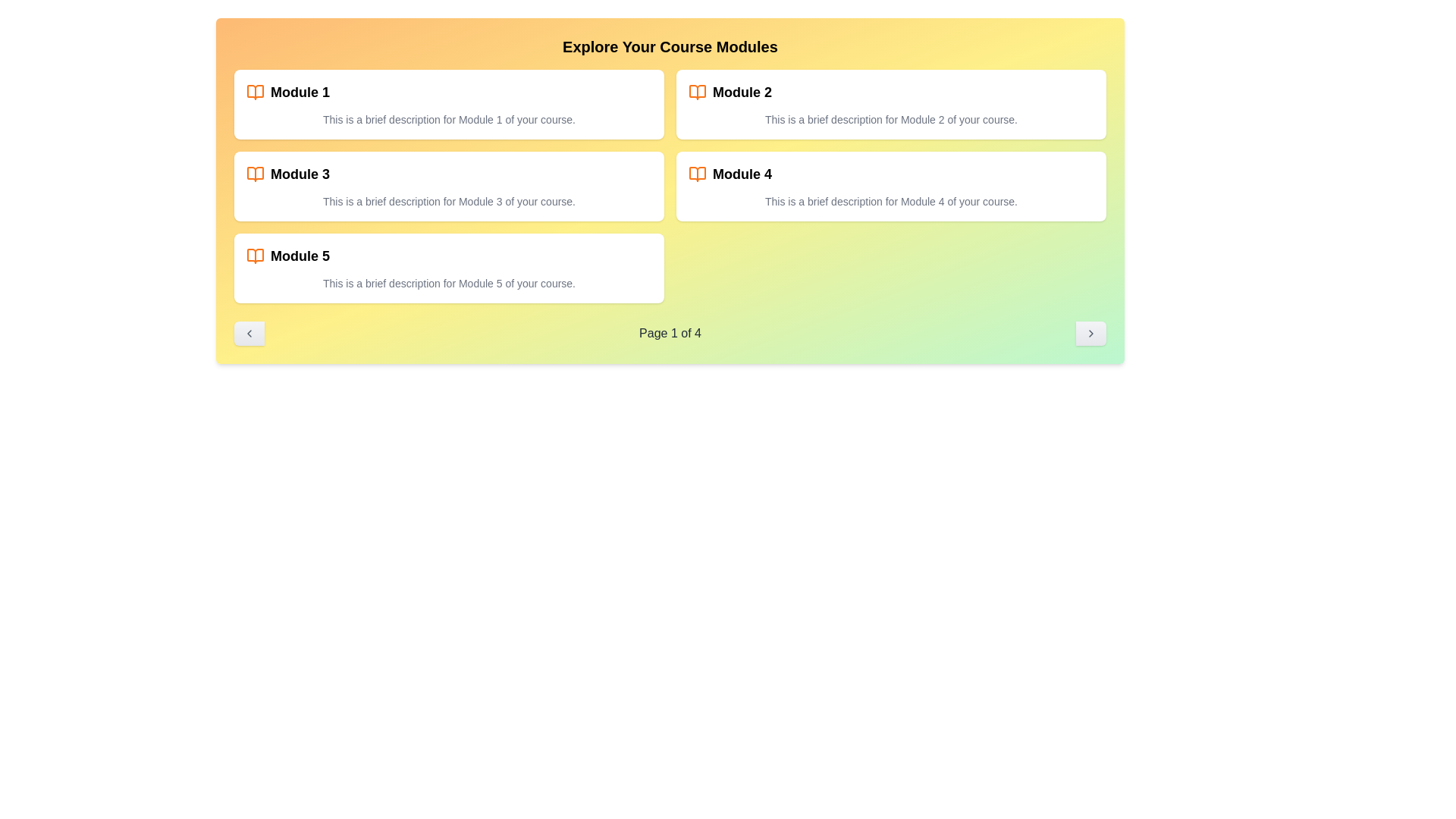  Describe the element at coordinates (249, 332) in the screenshot. I see `the left-facing chevron pagination control button located at the bottom-left corner of the visible module list interface for keyboard navigation` at that location.